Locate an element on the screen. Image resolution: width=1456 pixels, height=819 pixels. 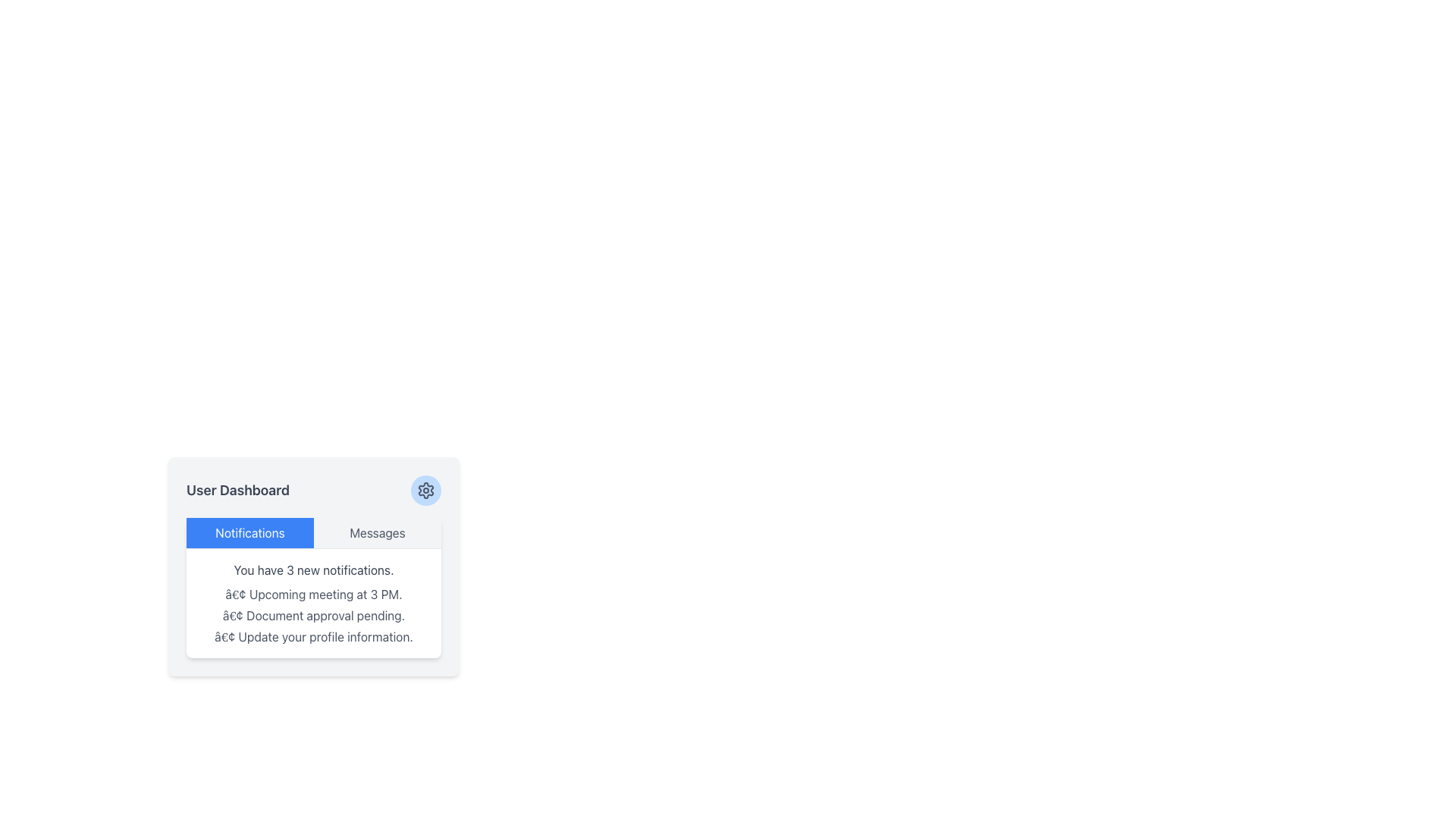
the 'Notifications' button, which is a rectangular button with white text on a bright blue background, located at the leftmost position of the User Dashboard card, adjacent to the 'Messages' button is located at coordinates (250, 532).